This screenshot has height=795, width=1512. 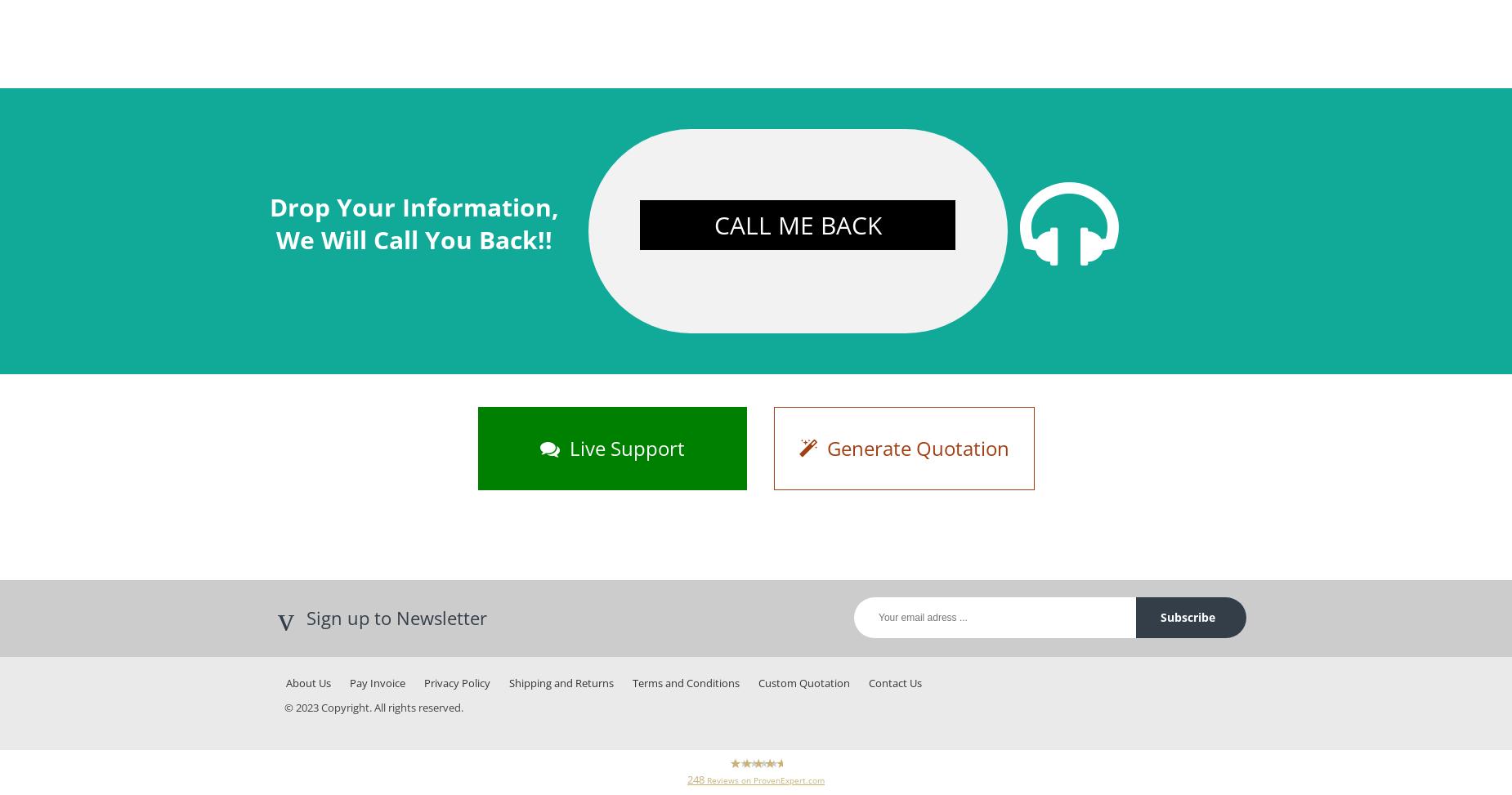 I want to click on 'About Us', so click(x=307, y=683).